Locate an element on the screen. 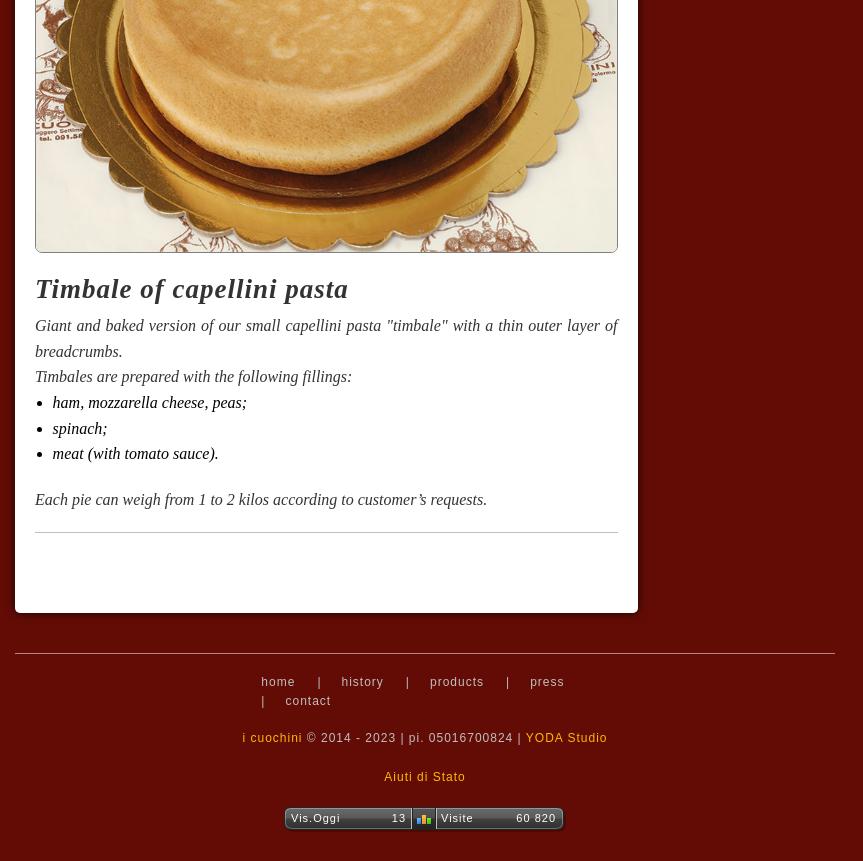  'YODA Studio' is located at coordinates (566, 736).